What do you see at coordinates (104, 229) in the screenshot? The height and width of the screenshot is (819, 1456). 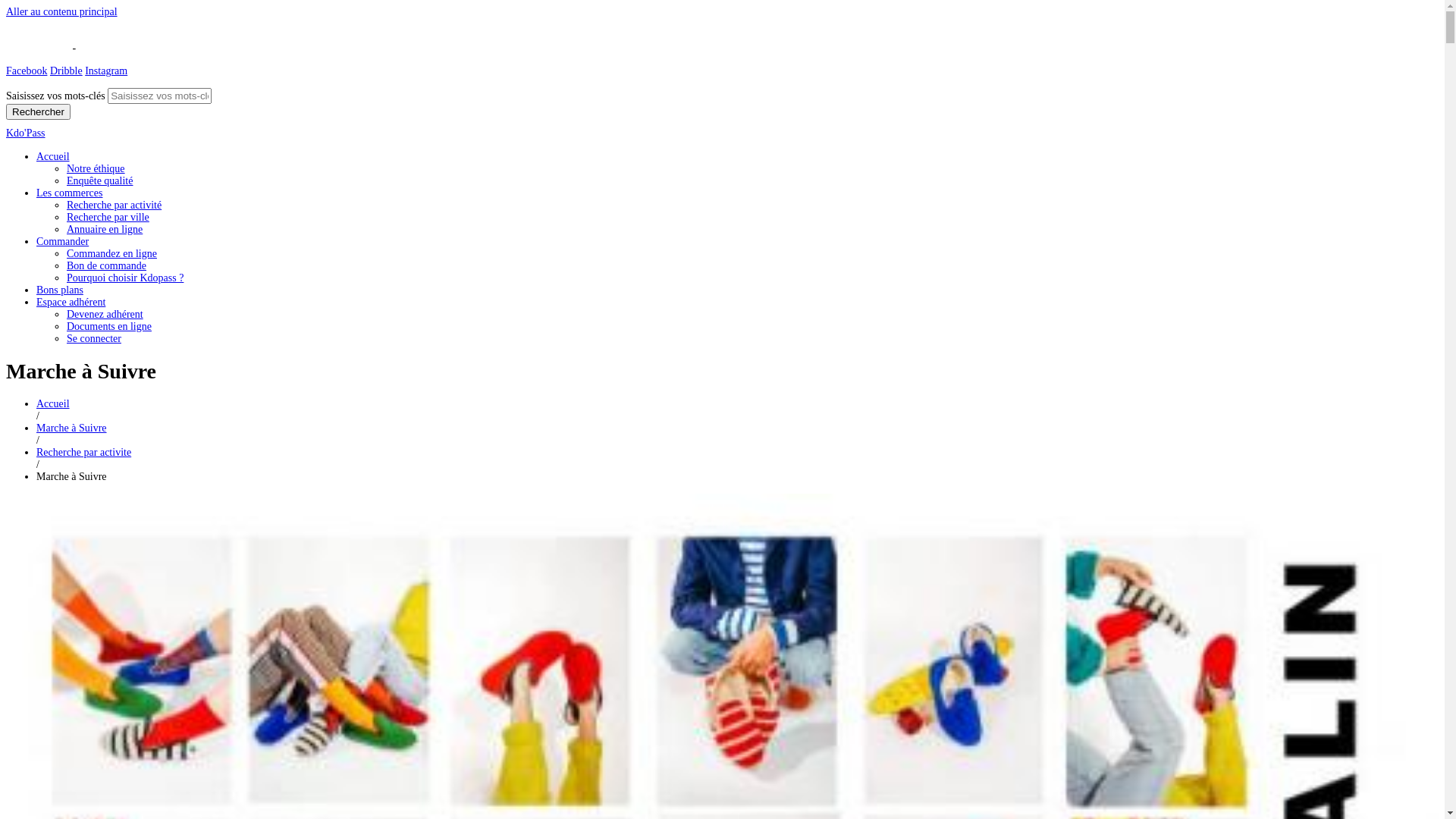 I see `'Annuaire en ligne'` at bounding box center [104, 229].